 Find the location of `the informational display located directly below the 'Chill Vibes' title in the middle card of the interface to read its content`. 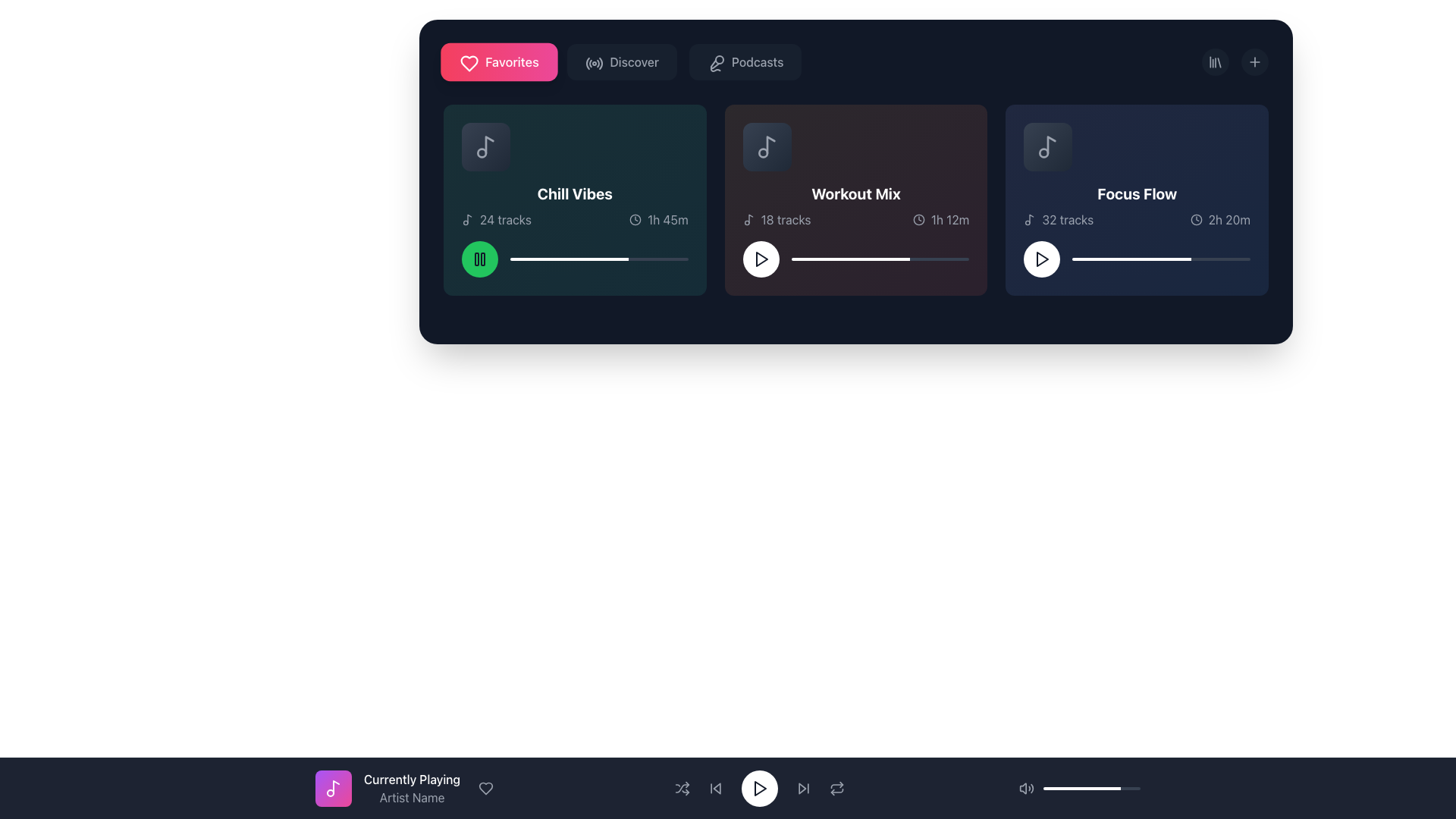

the informational display located directly below the 'Chill Vibes' title in the middle card of the interface to read its content is located at coordinates (574, 219).